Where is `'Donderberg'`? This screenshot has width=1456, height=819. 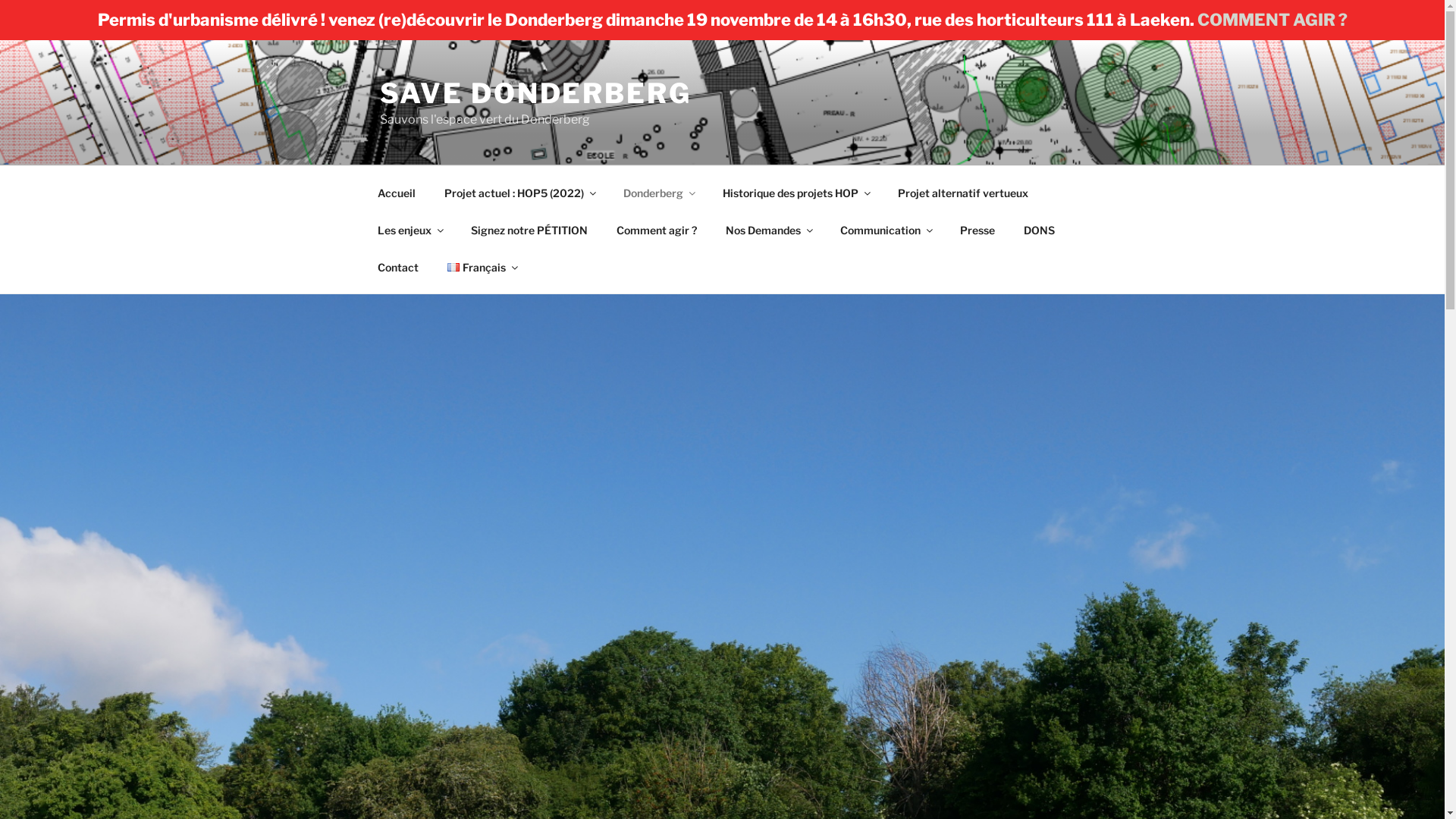 'Donderberg' is located at coordinates (610, 192).